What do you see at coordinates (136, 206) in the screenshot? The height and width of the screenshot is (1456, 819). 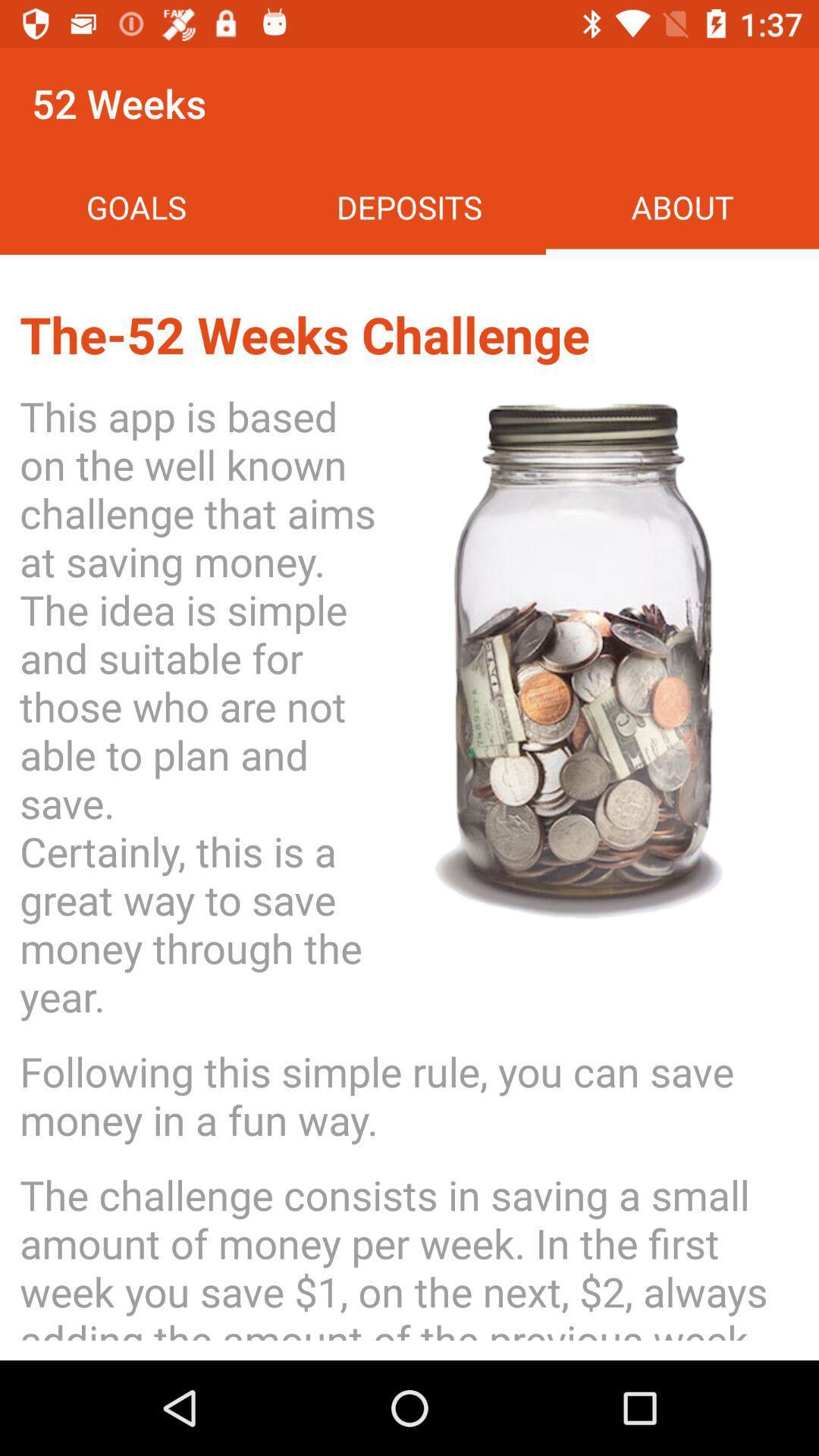 I see `the goals item` at bounding box center [136, 206].